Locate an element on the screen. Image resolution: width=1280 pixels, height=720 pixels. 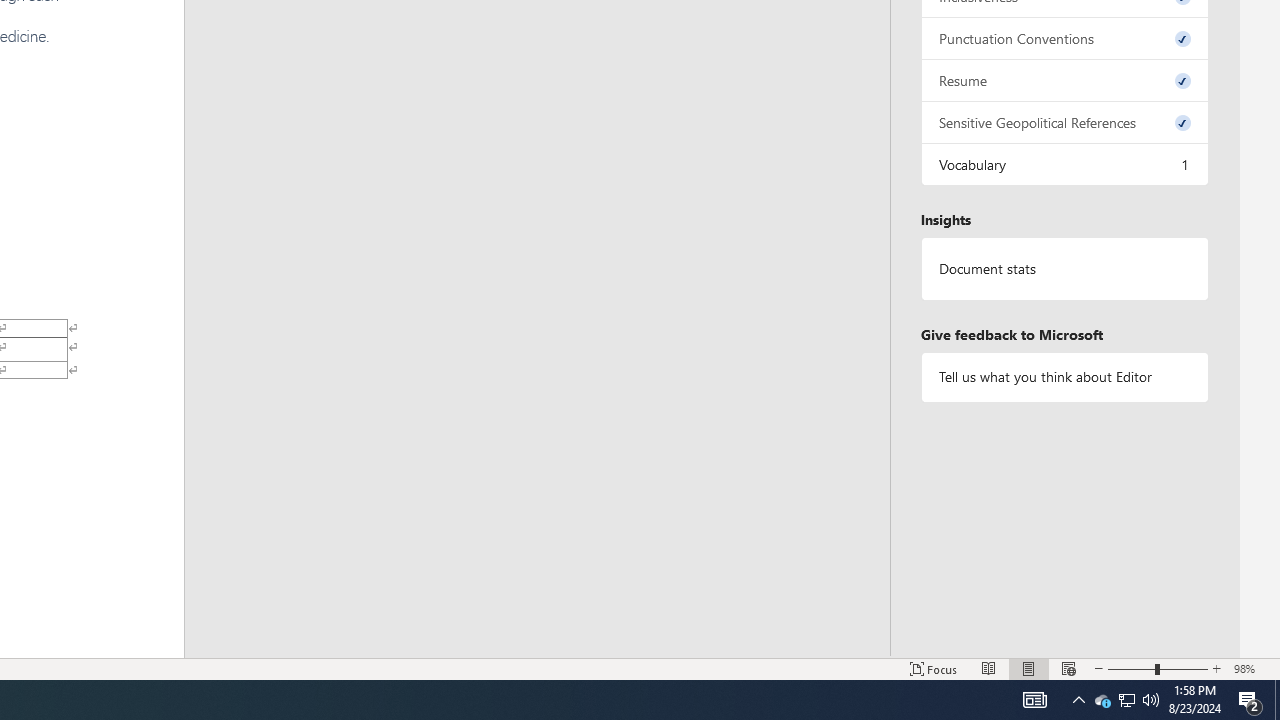
'Resume, 0 issues. Press space or enter to review items.' is located at coordinates (1063, 79).